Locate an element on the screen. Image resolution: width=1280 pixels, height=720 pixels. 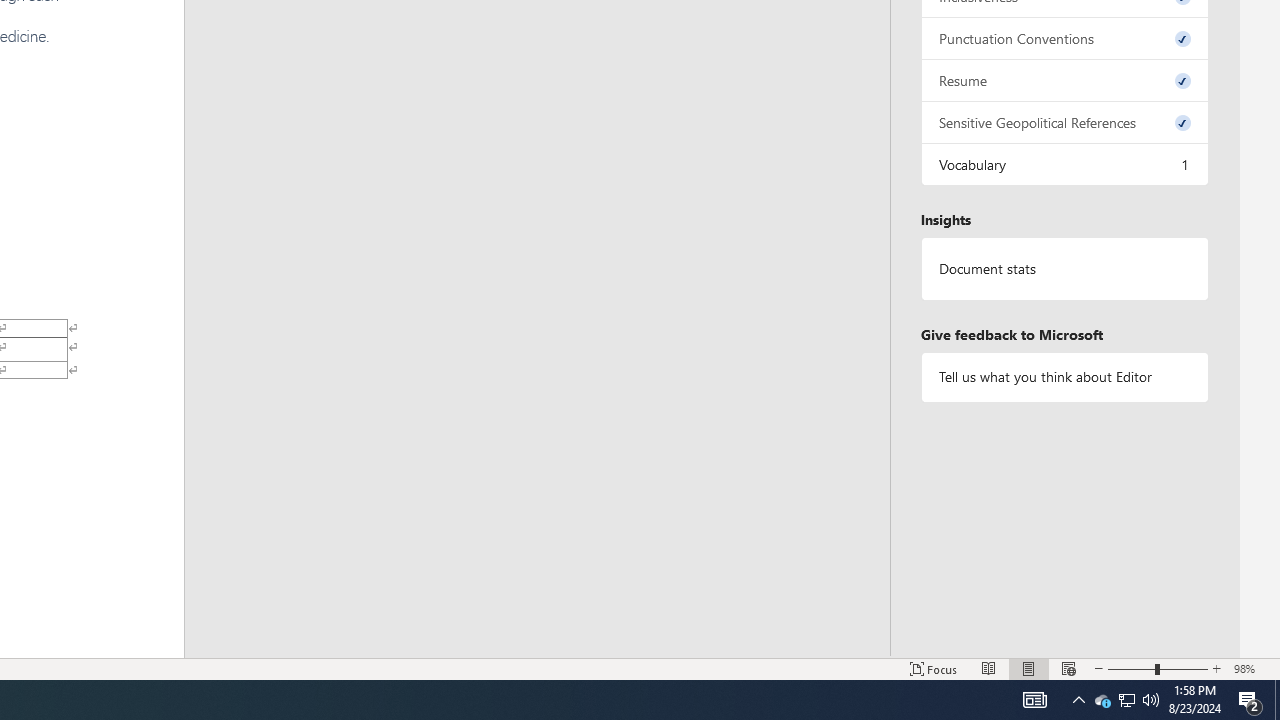
'Resume, 0 issues. Press space or enter to review items.' is located at coordinates (1063, 79).